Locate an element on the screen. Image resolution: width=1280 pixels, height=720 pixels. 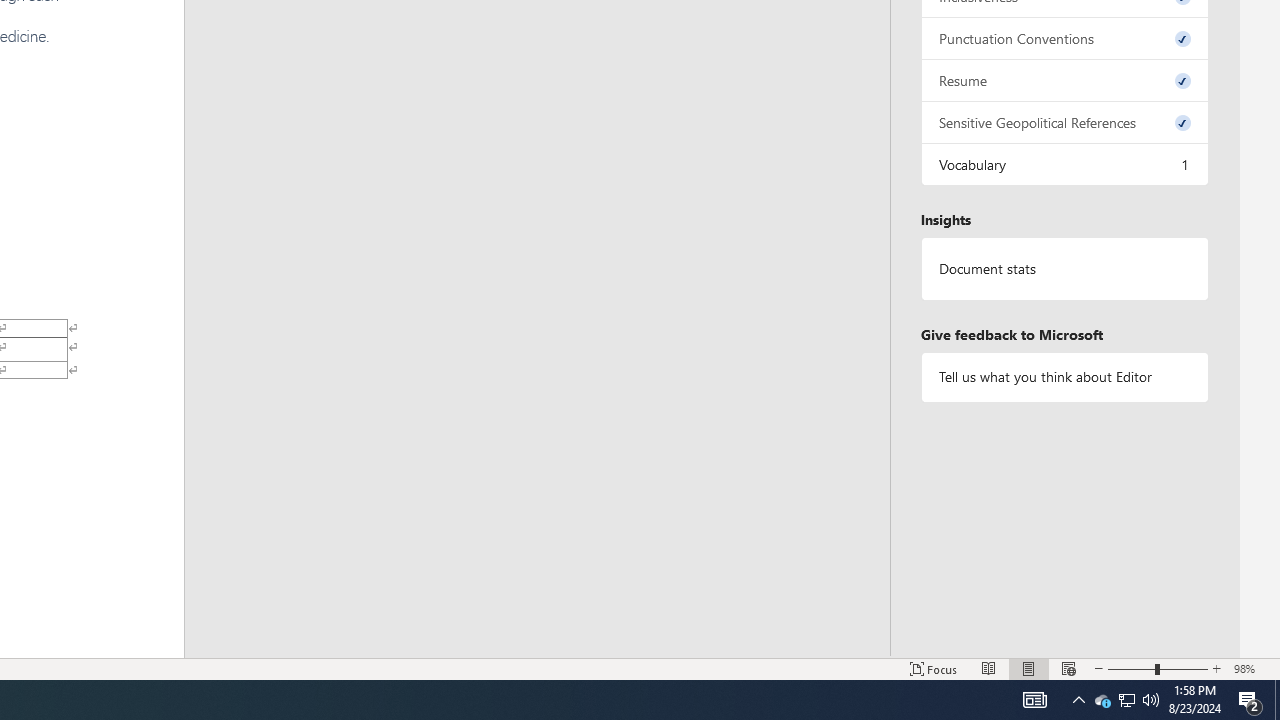
'Resume, 0 issues. Press space or enter to review items.' is located at coordinates (1063, 79).